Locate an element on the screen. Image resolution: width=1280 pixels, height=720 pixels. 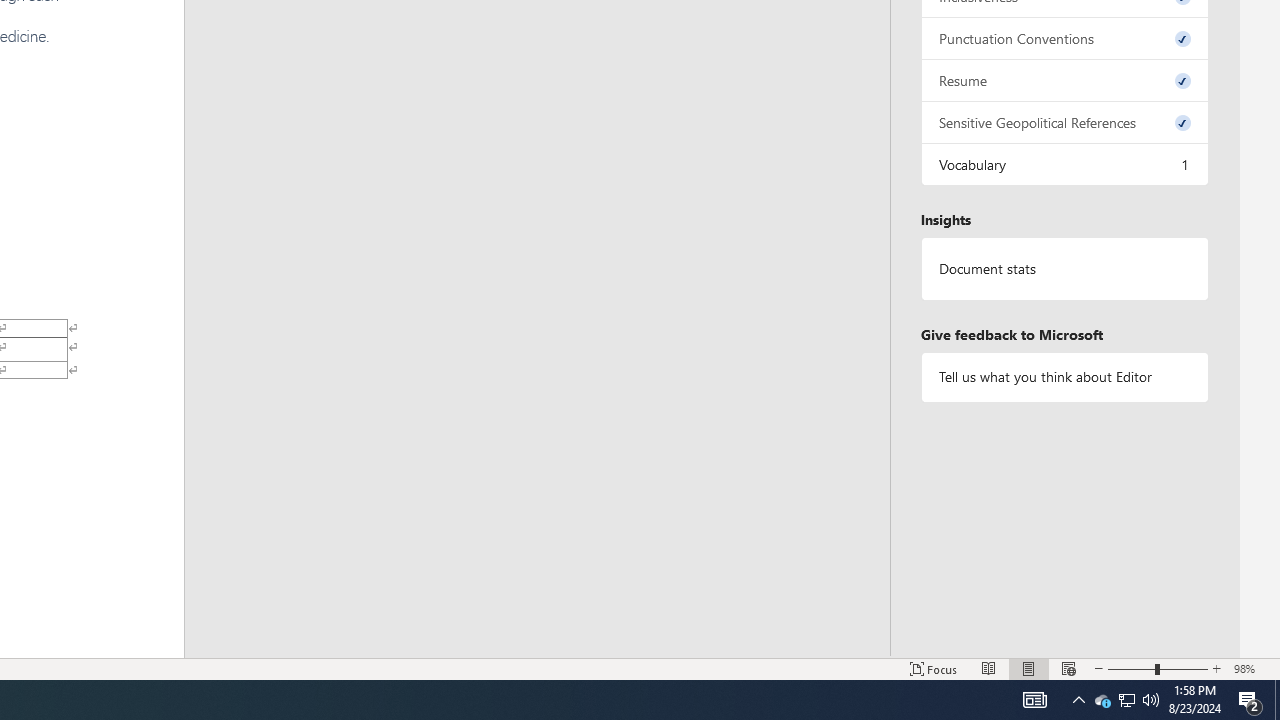
'Resume, 0 issues. Press space or enter to review items.' is located at coordinates (1063, 79).